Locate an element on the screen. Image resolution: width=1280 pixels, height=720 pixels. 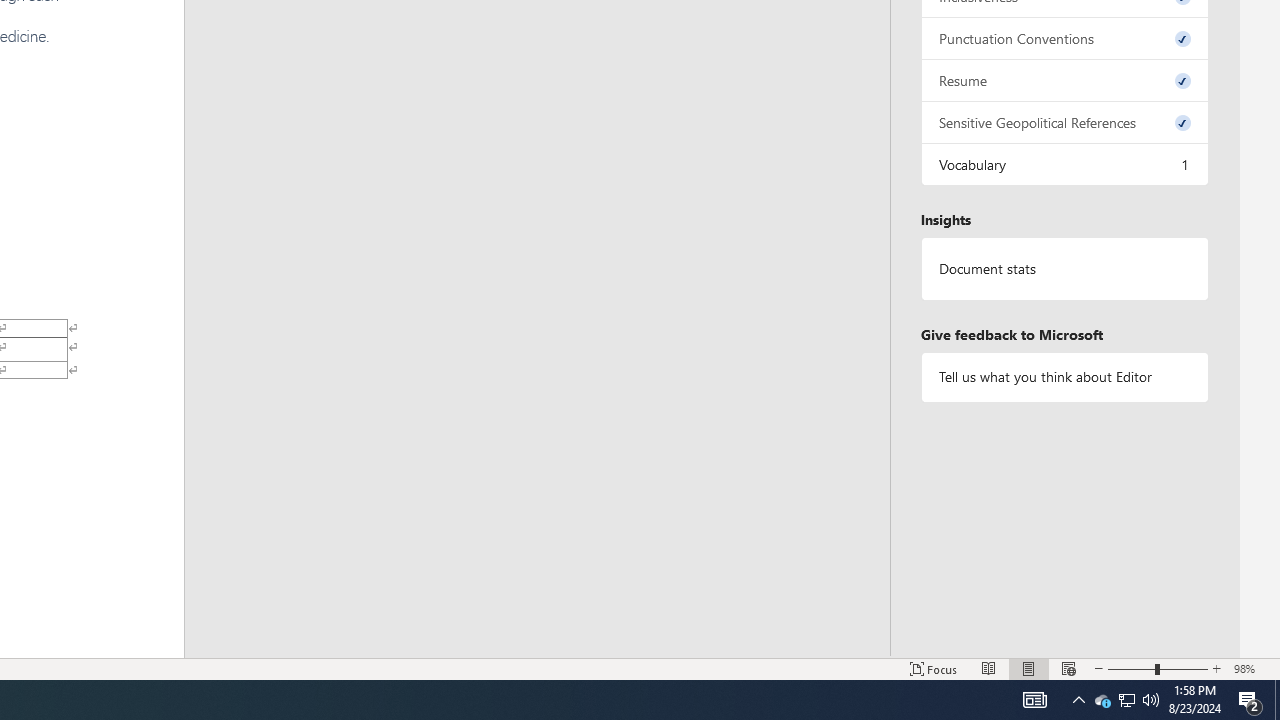
'Resume, 0 issues. Press space or enter to review items.' is located at coordinates (1063, 79).